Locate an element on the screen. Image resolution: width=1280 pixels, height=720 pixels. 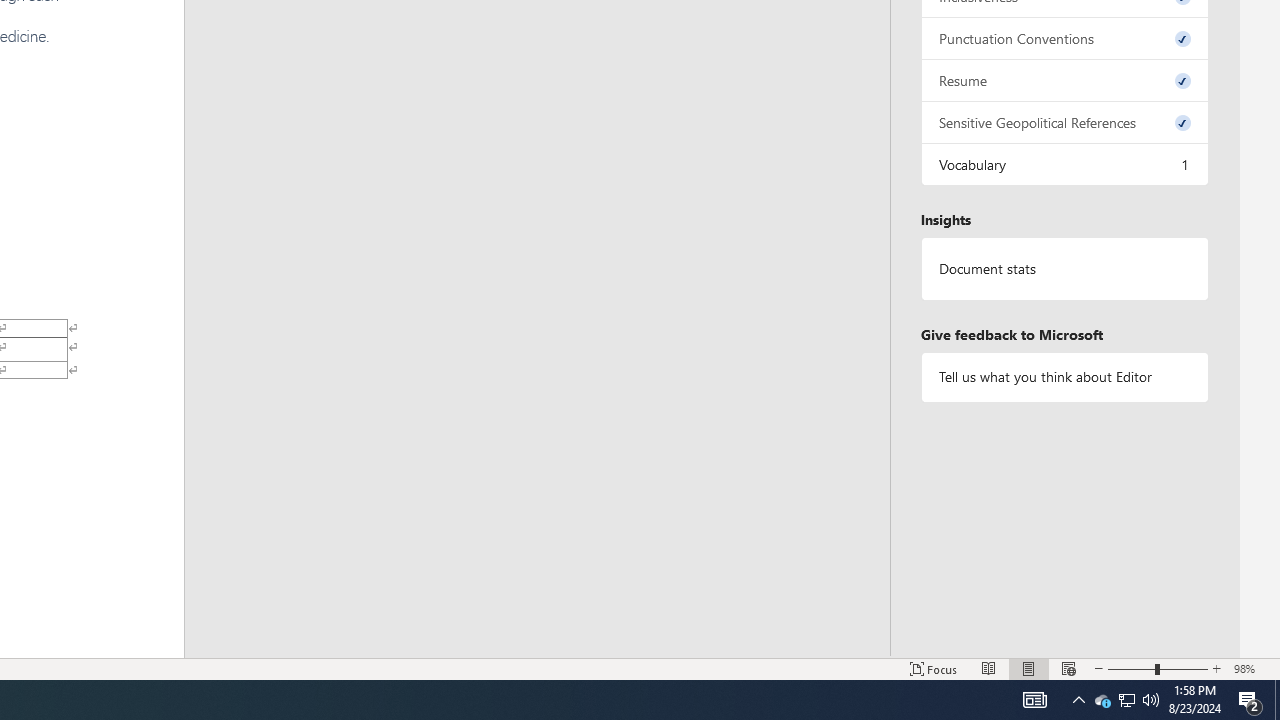
'Resume, 0 issues. Press space or enter to review items.' is located at coordinates (1063, 79).